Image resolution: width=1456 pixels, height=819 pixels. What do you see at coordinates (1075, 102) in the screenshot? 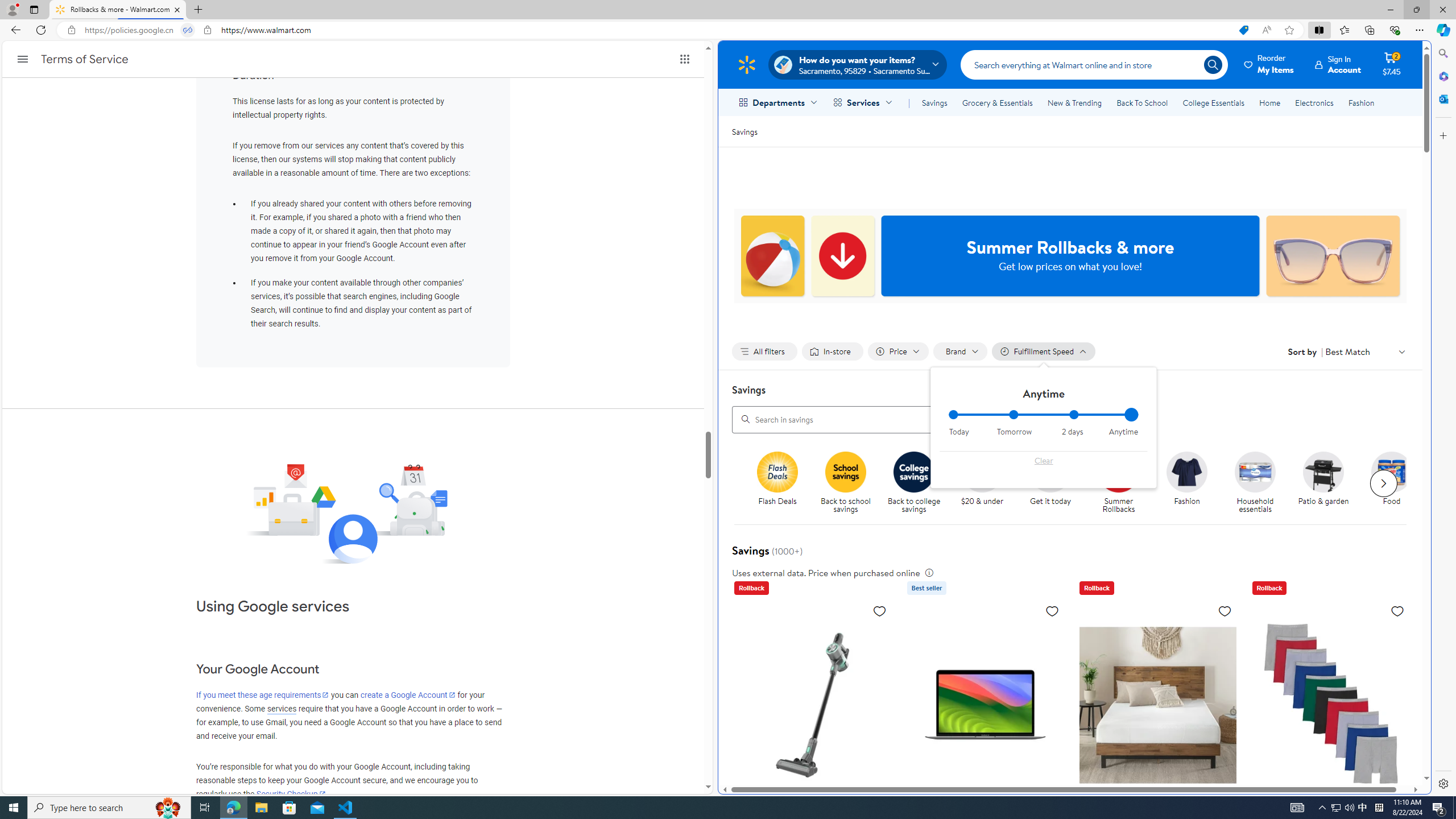
I see `'New & Trending'` at bounding box center [1075, 102].